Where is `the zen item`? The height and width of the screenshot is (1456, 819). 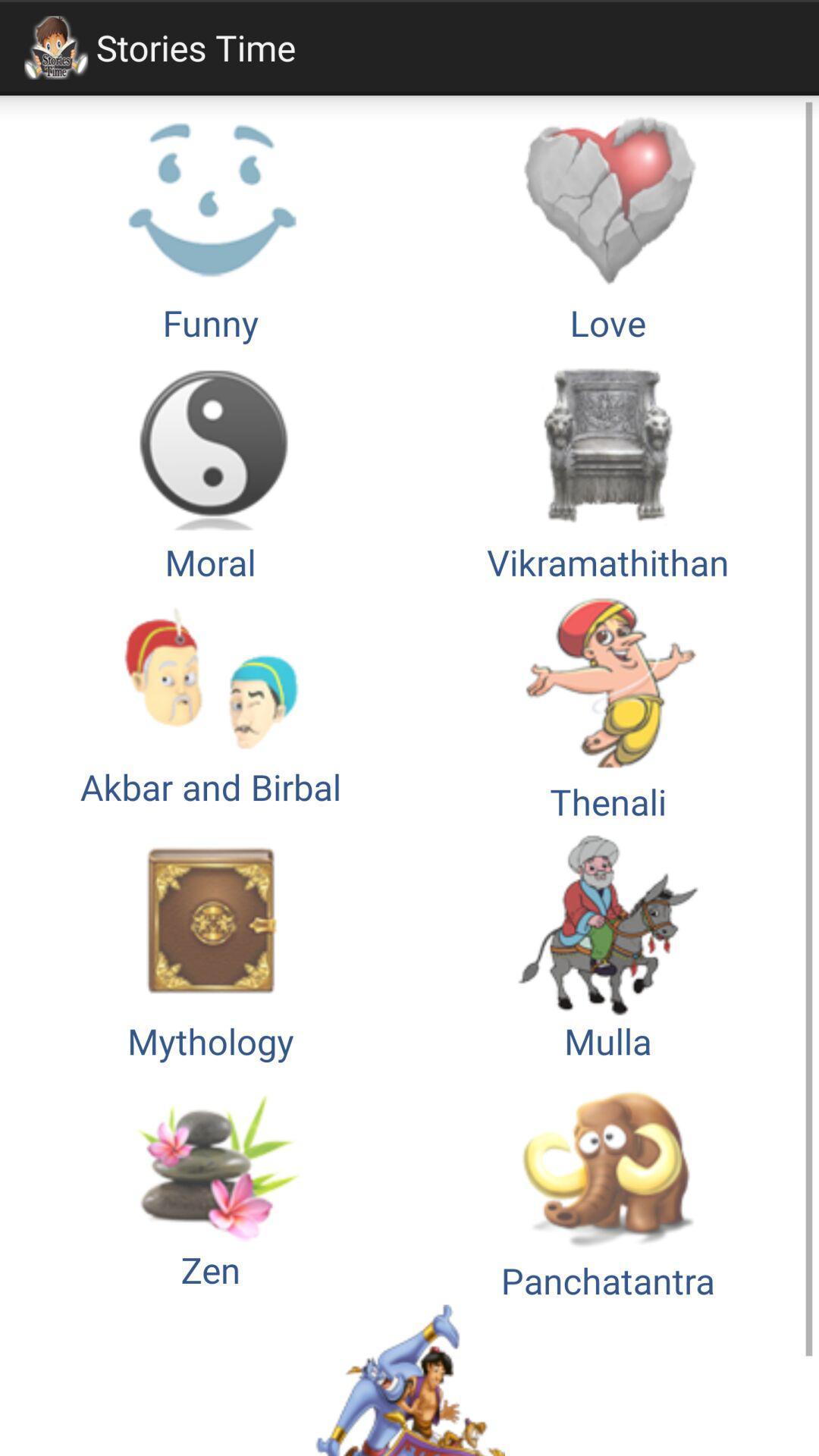
the zen item is located at coordinates (210, 1184).